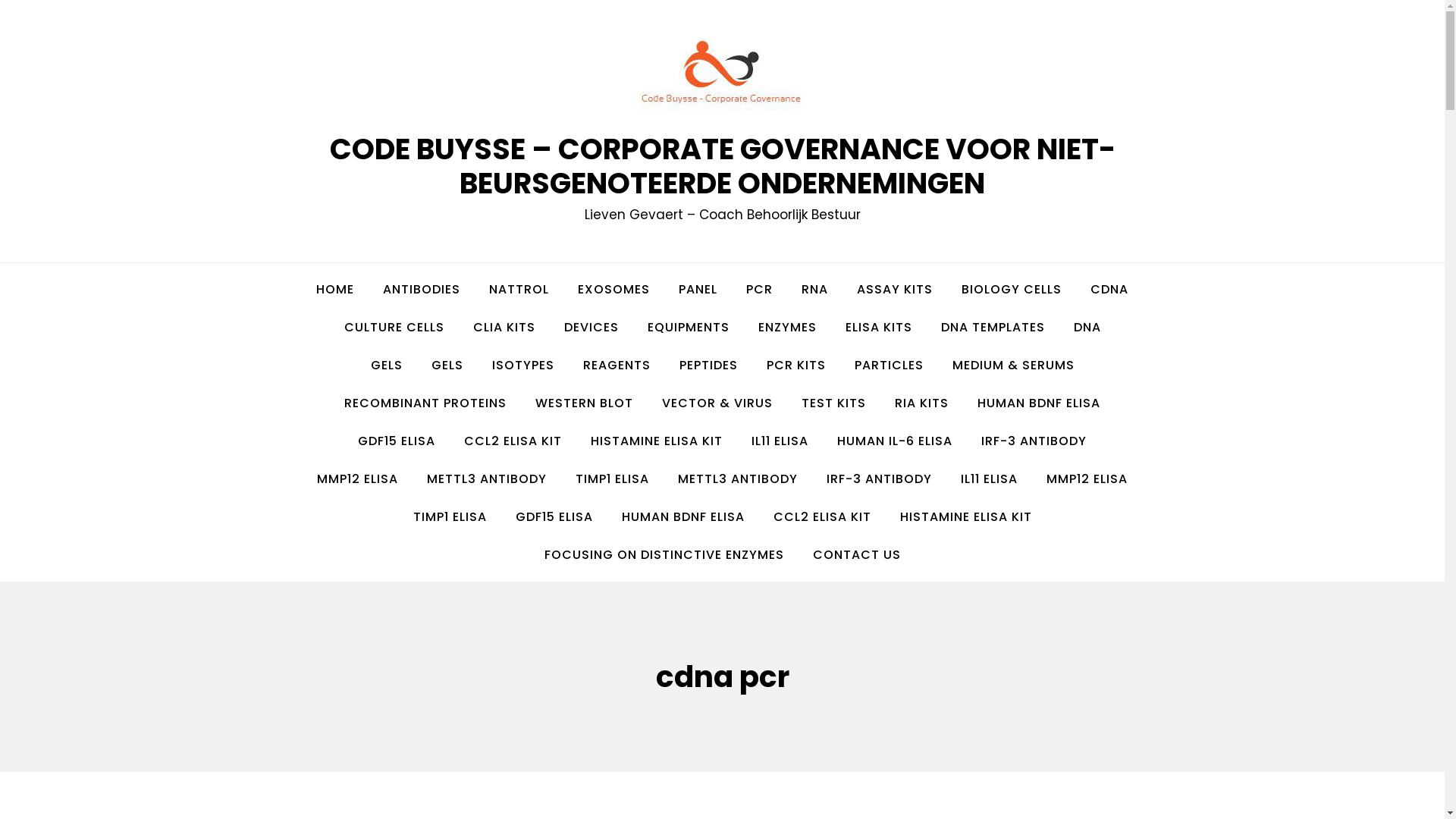 The image size is (1456, 819). Describe the element at coordinates (895, 289) in the screenshot. I see `'ASSAY KITS'` at that location.